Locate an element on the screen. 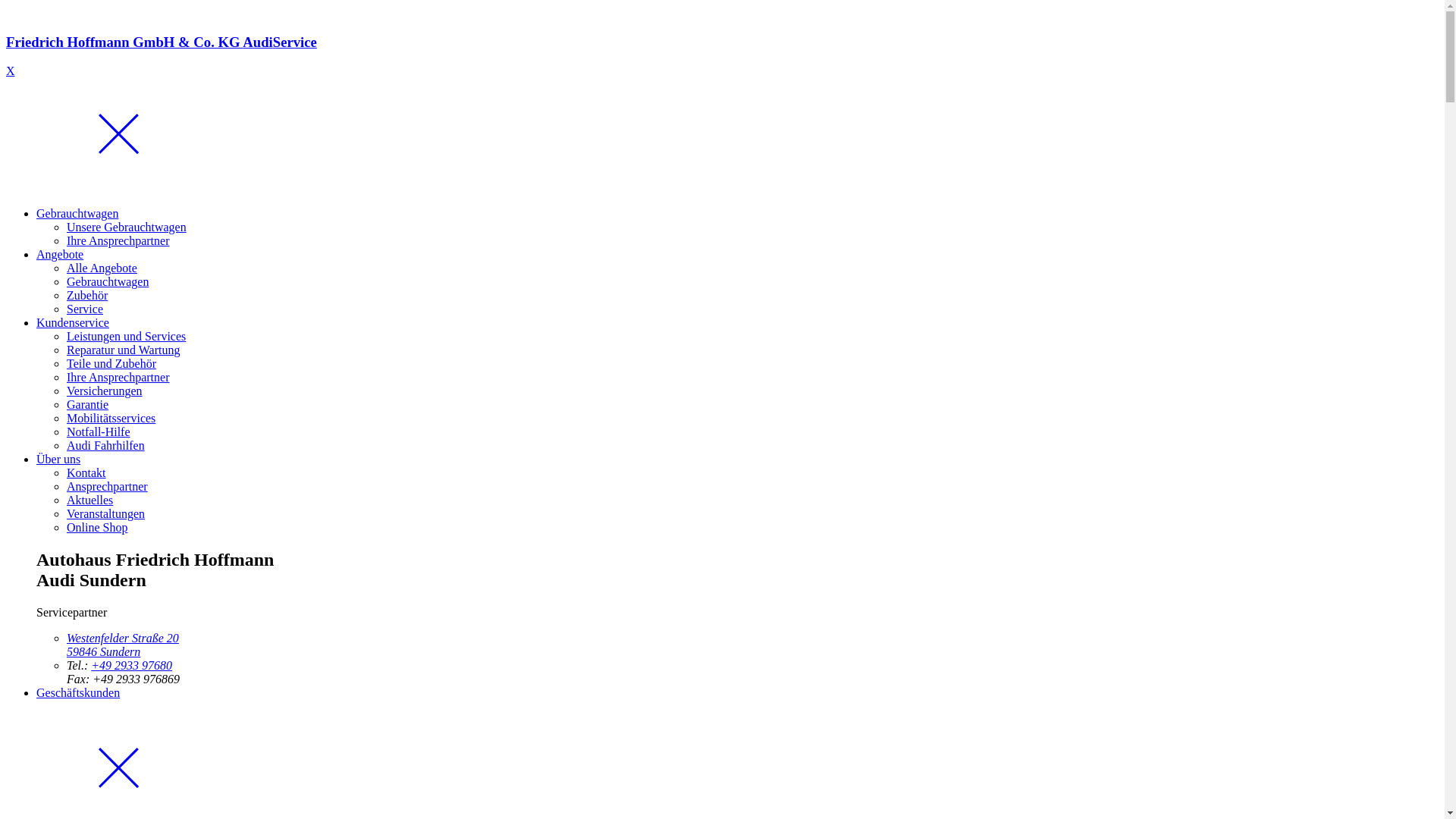 The image size is (1456, 819). 'Aktuelles' is located at coordinates (89, 500).